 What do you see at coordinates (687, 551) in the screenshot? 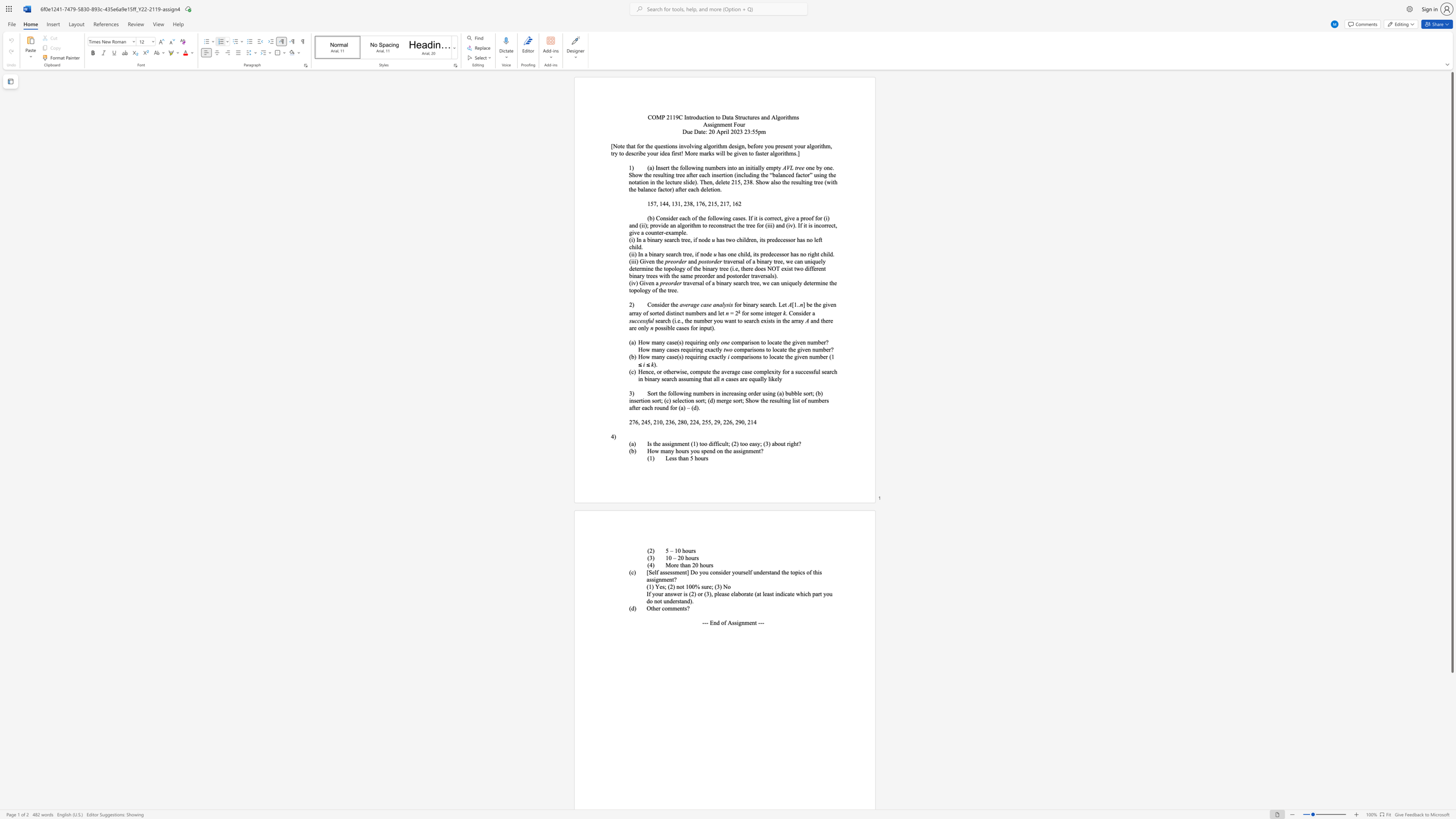
I see `the 1th character "o" in the text` at bounding box center [687, 551].